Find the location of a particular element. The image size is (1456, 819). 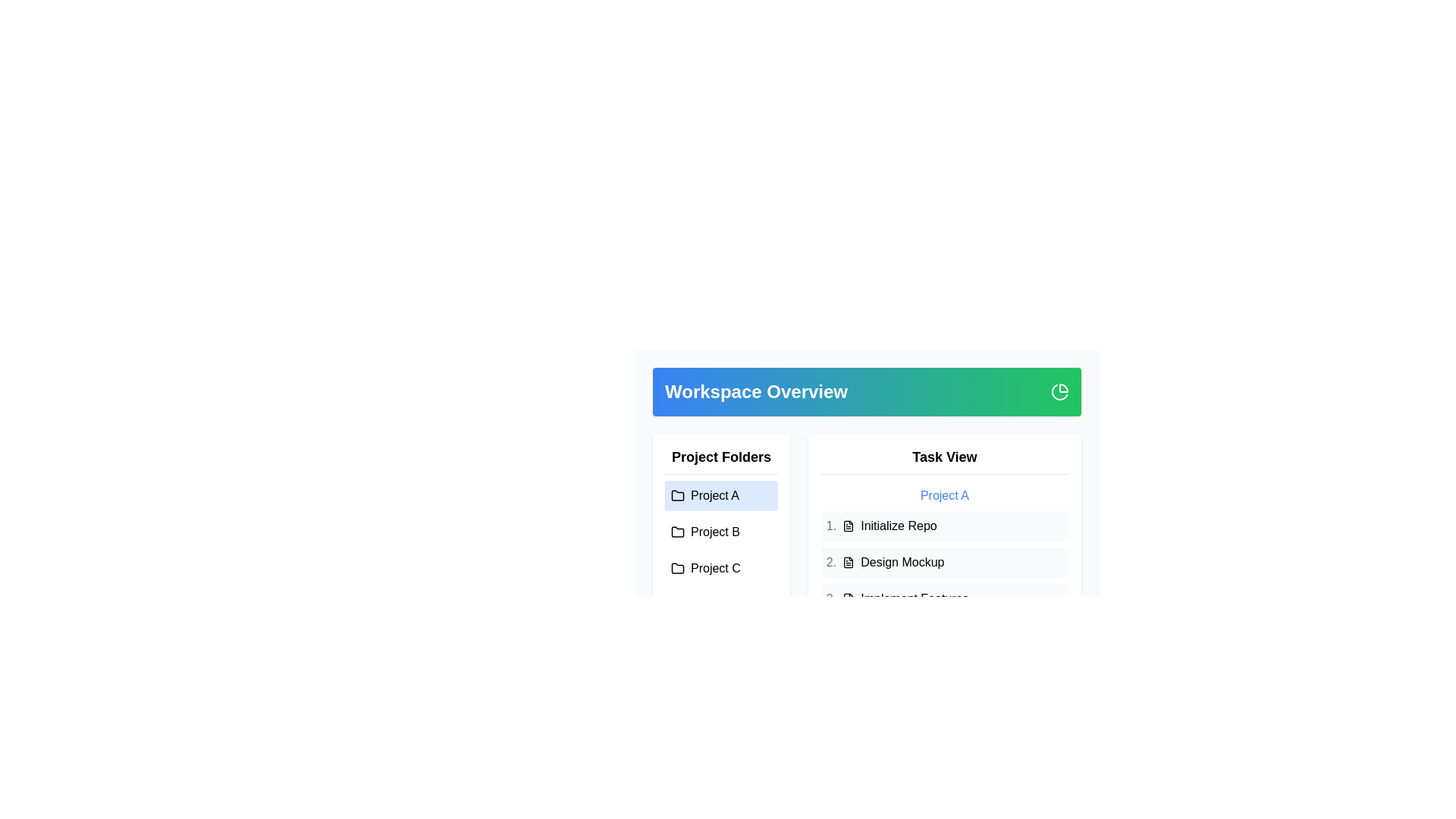

the bold header text 'Workspace Overview' to potentially reveal tooltips is located at coordinates (756, 391).